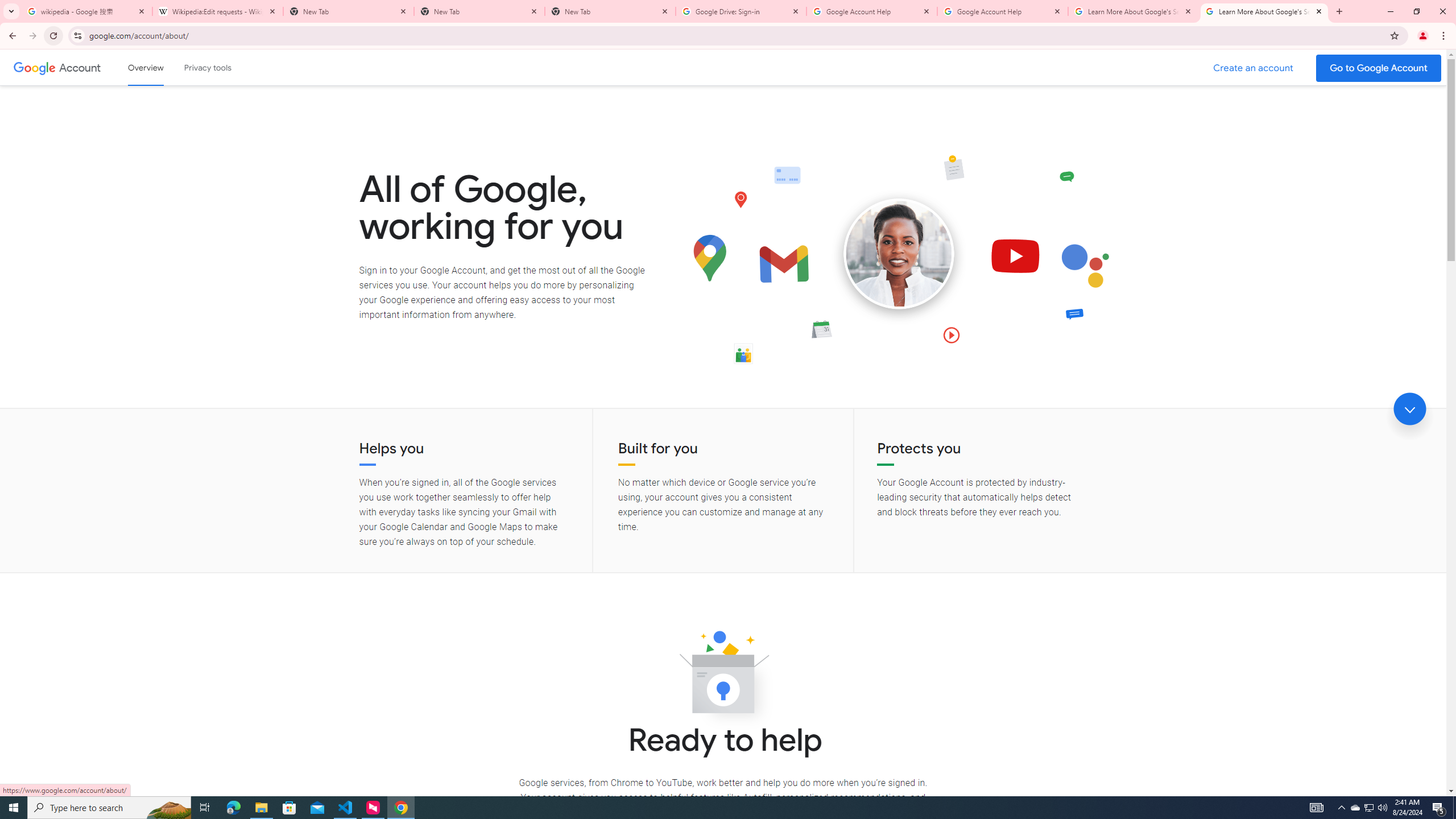 Image resolution: width=1456 pixels, height=819 pixels. Describe the element at coordinates (146, 67) in the screenshot. I see `'Google Account overview'` at that location.